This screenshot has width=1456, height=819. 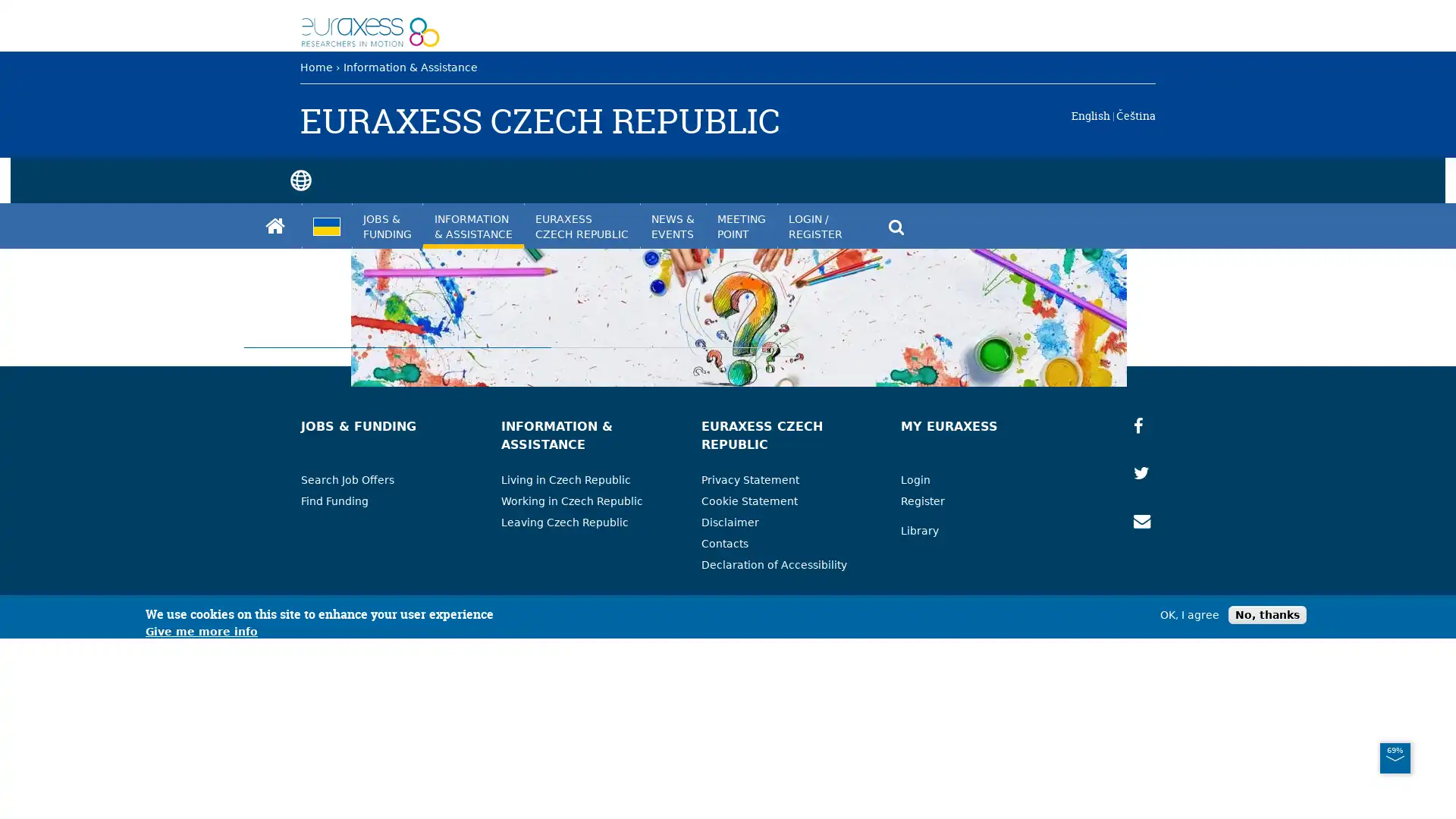 I want to click on Give me more info, so click(x=200, y=811).